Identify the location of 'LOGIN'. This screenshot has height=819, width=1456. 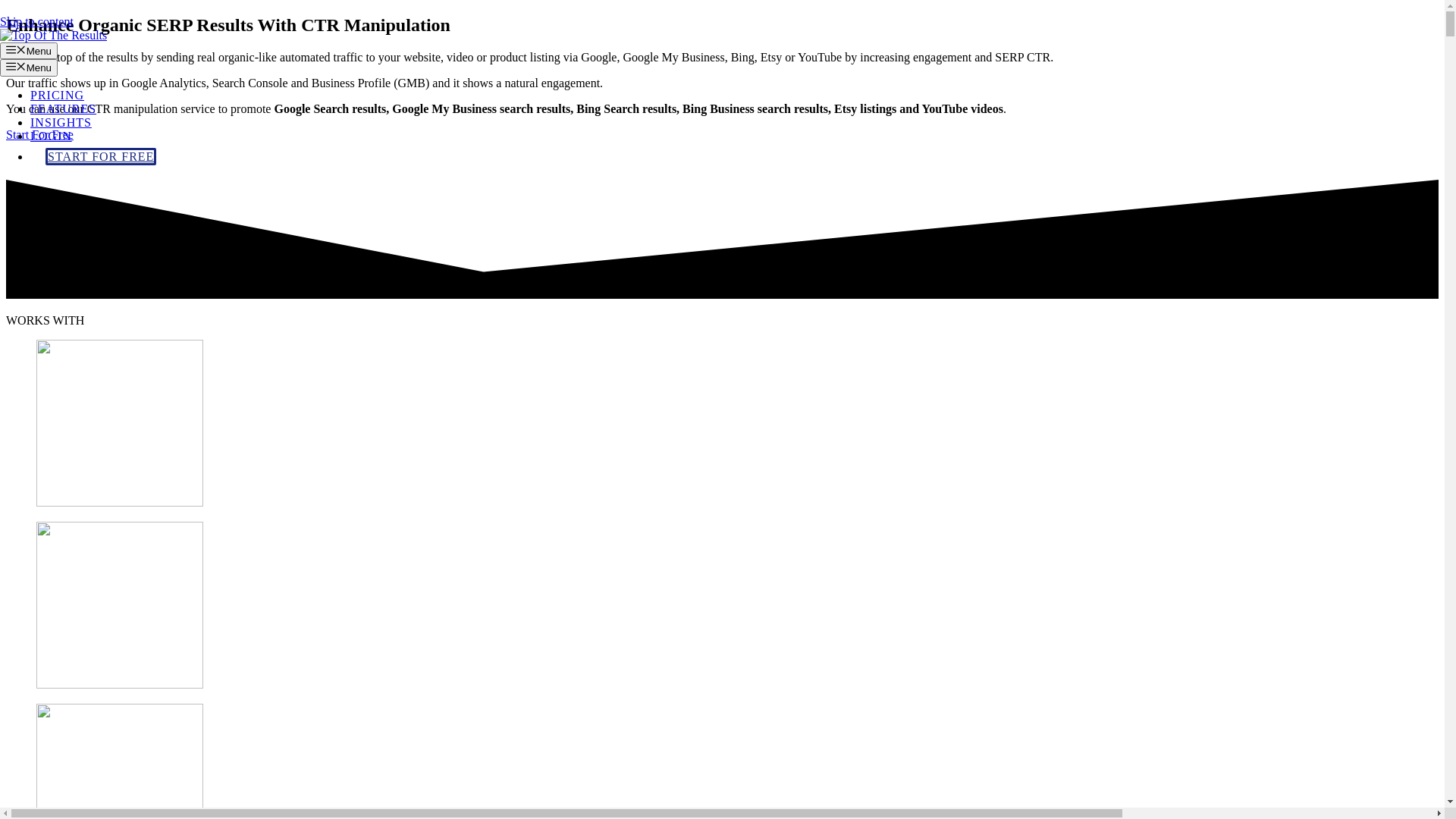
(51, 135).